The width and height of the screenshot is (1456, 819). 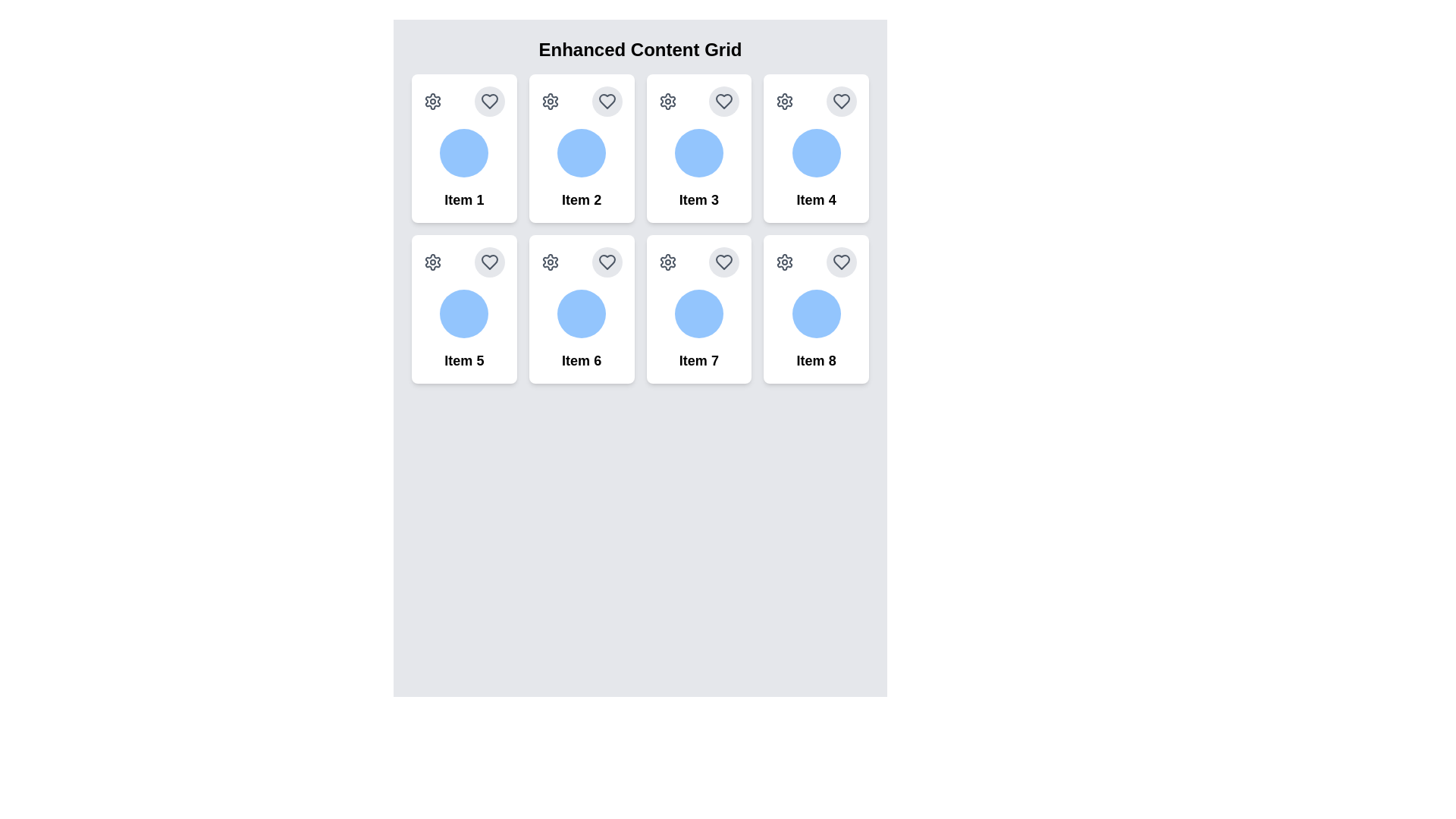 I want to click on the heart icon located at the top right corner of the first card under 'Enhanced Content Grid' to favorite the item, so click(x=489, y=102).